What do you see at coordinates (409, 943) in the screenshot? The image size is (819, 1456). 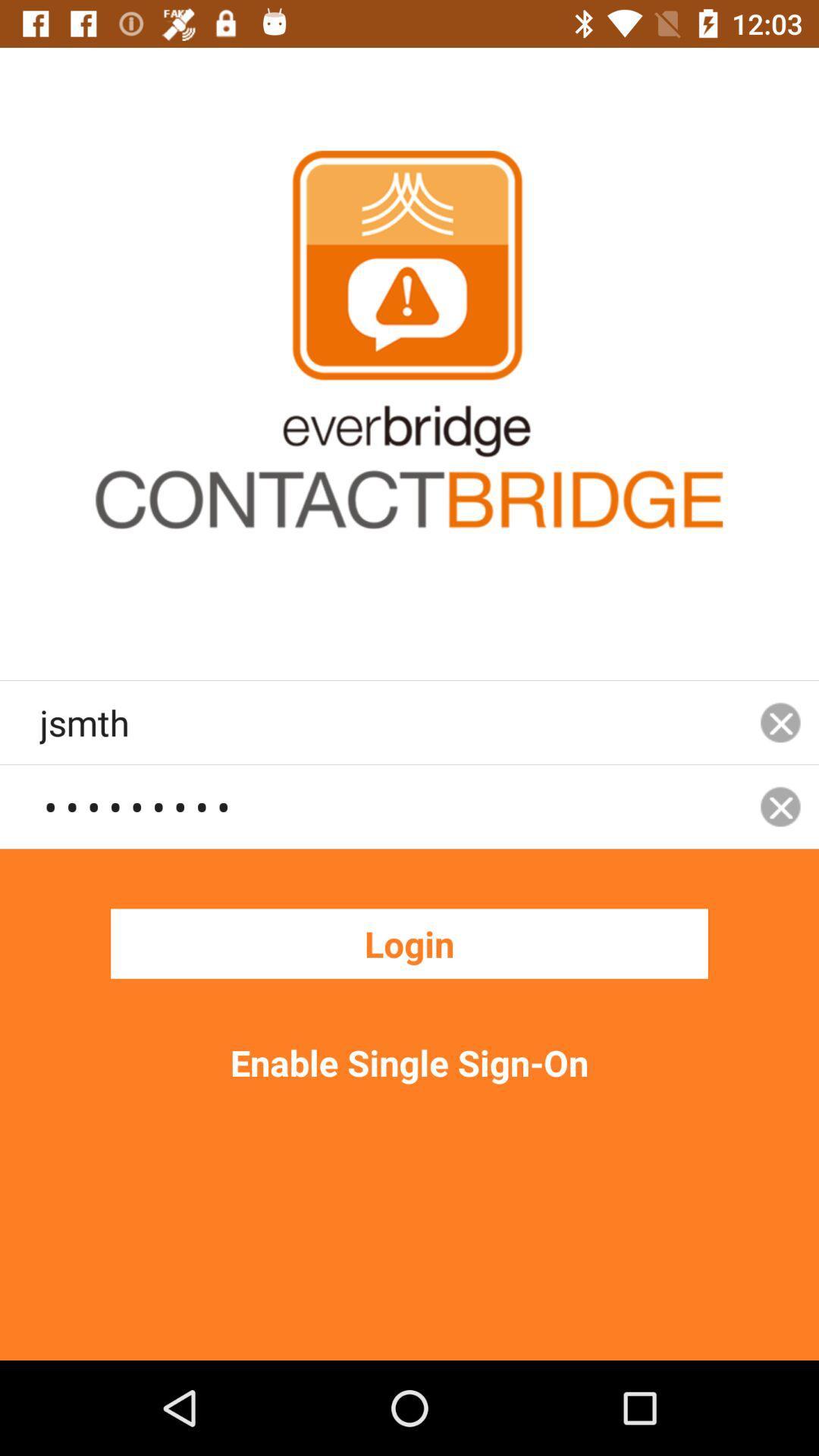 I see `the login` at bounding box center [409, 943].